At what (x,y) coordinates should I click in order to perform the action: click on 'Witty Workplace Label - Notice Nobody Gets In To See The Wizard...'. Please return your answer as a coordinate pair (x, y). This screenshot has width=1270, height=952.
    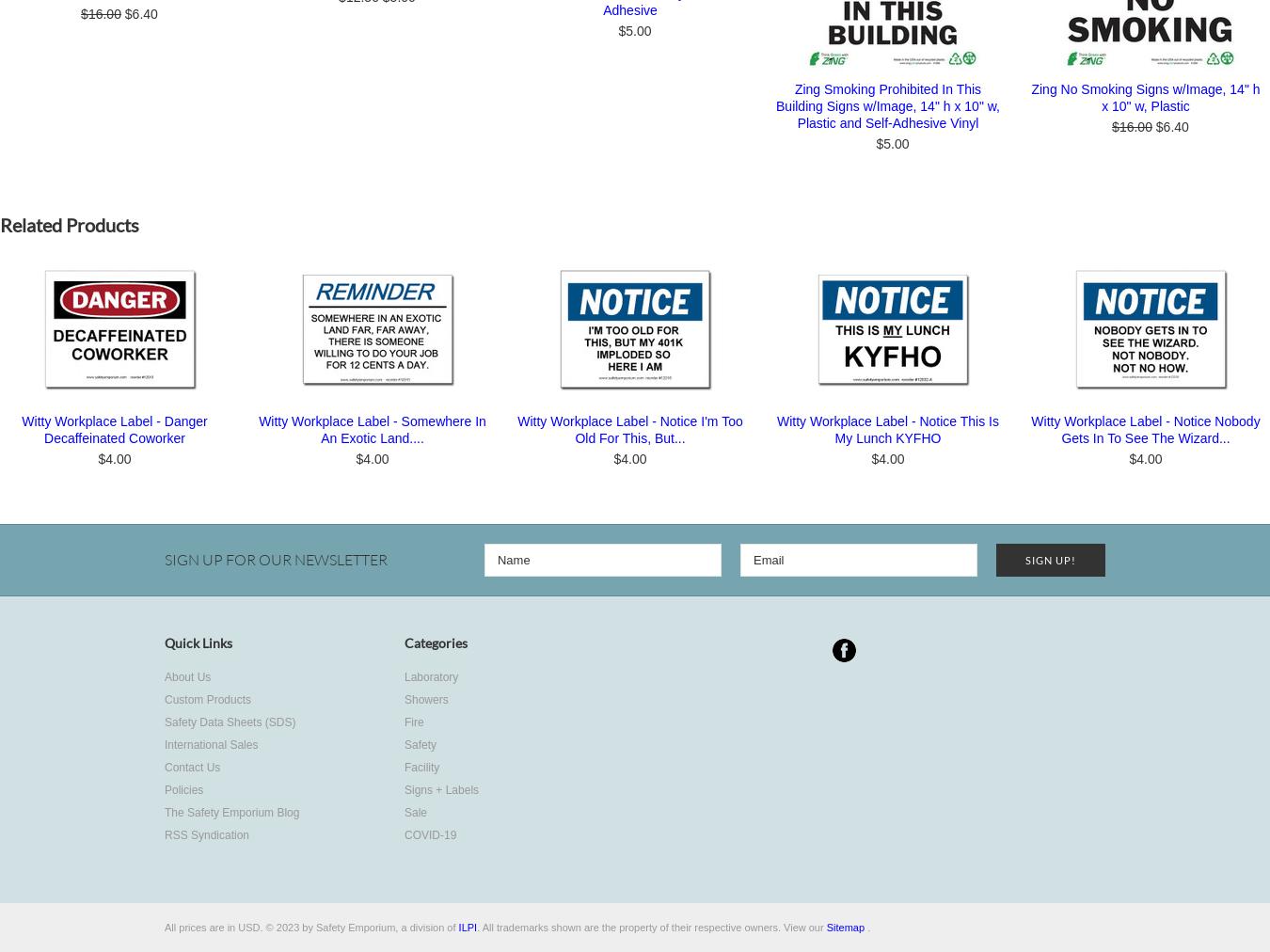
    Looking at the image, I should click on (1031, 430).